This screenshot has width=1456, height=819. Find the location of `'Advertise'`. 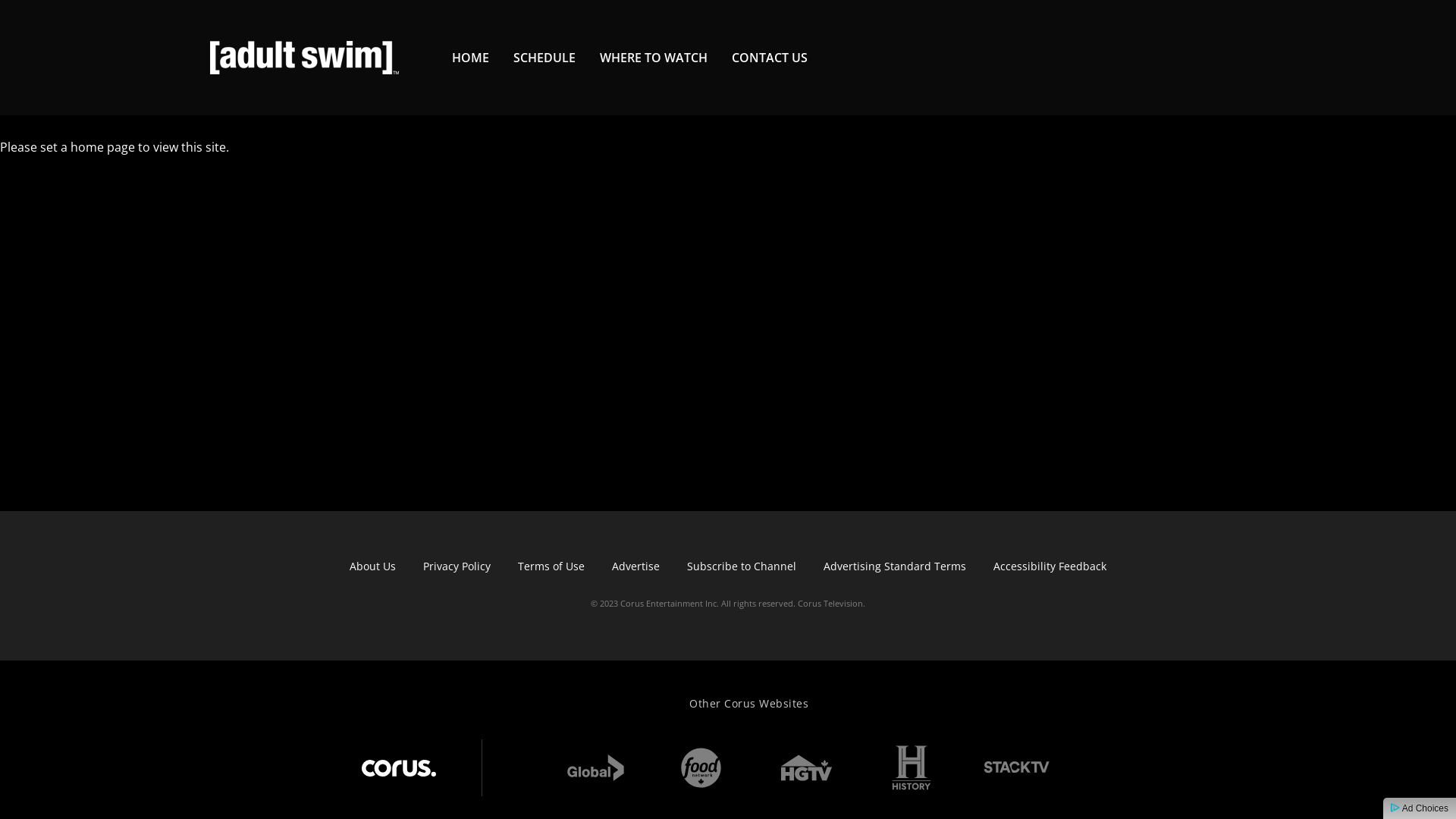

'Advertise' is located at coordinates (635, 565).